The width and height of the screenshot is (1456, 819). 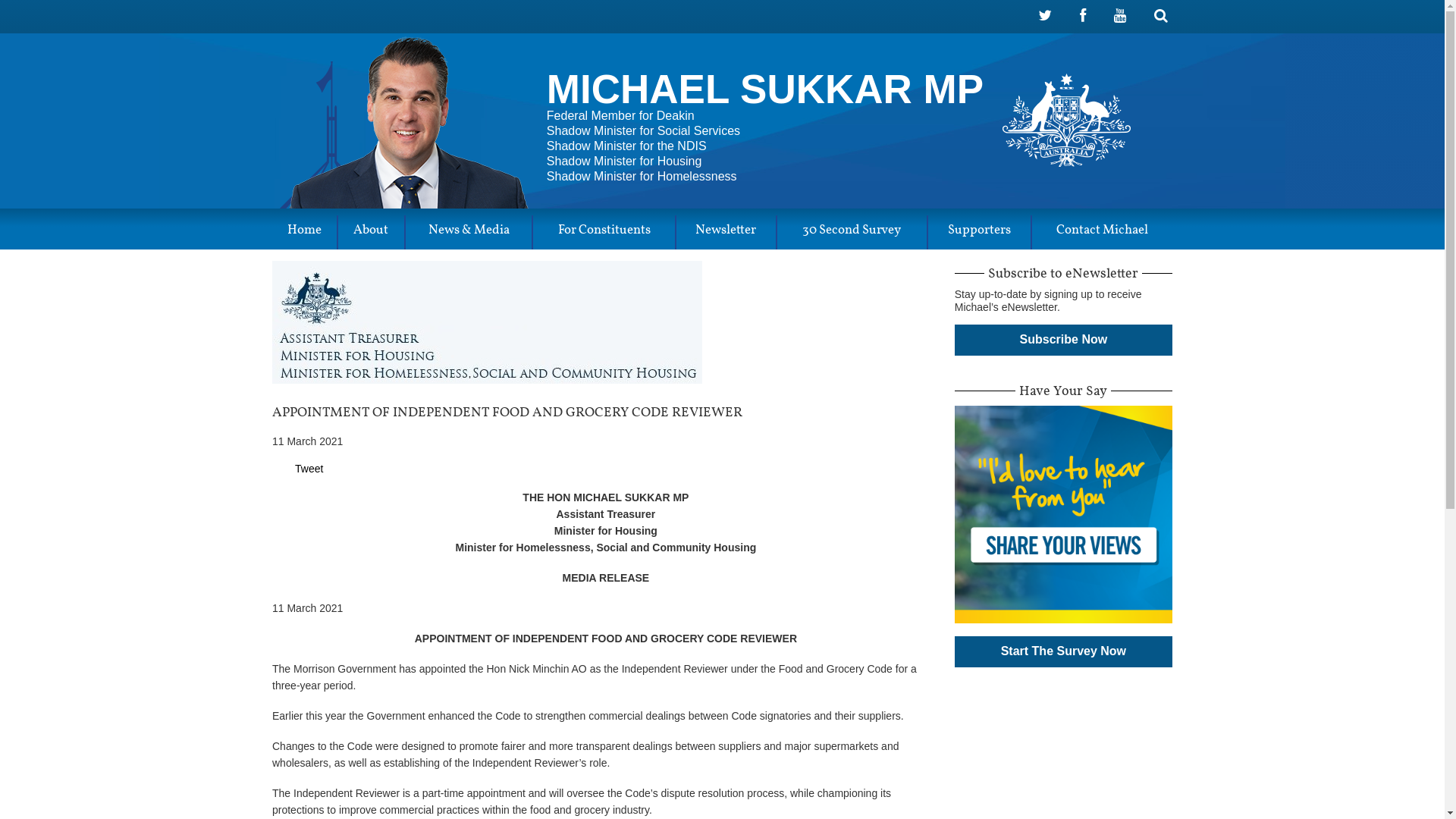 What do you see at coordinates (777, 232) in the screenshot?
I see `'30 Second Survey'` at bounding box center [777, 232].